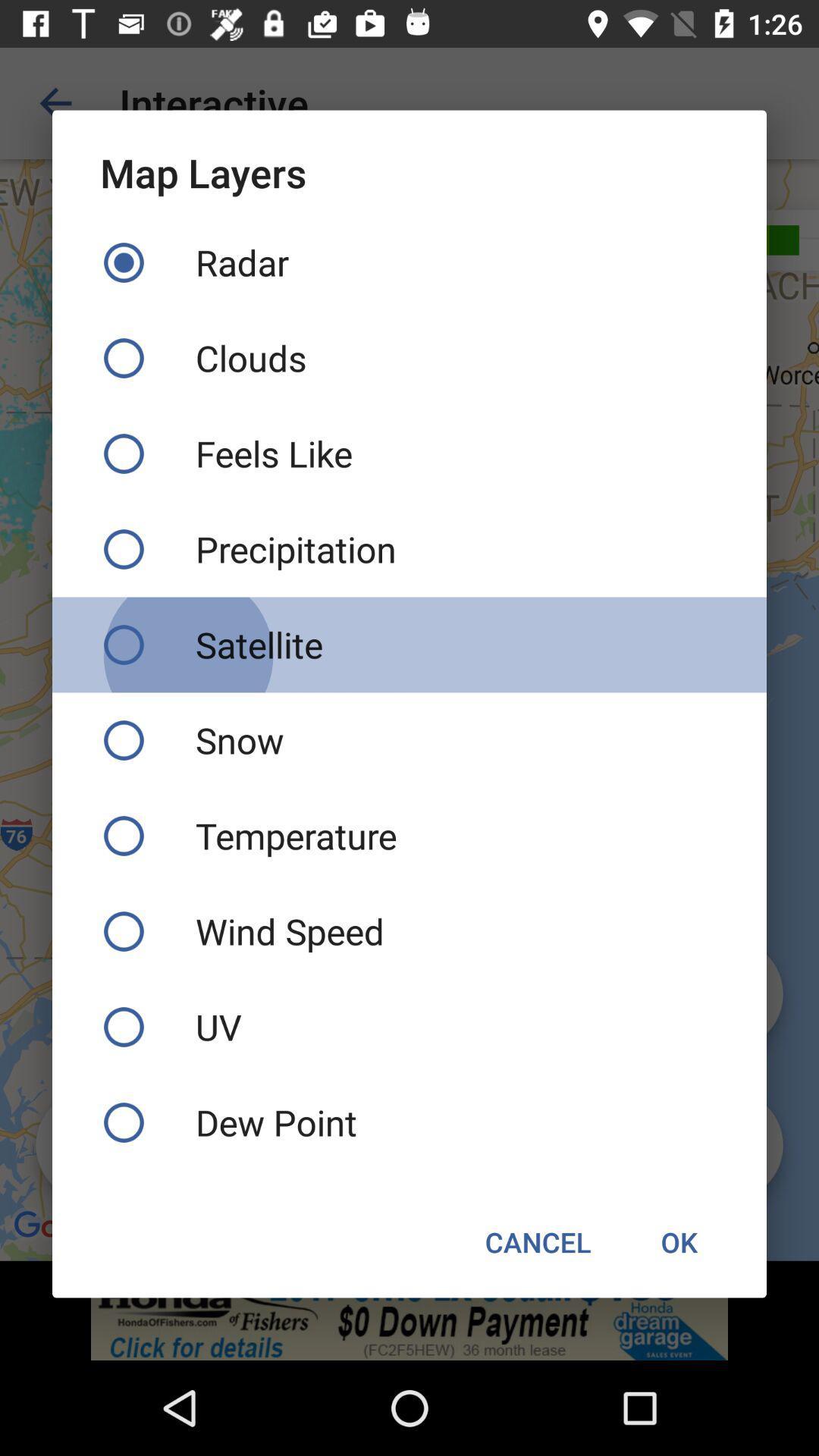  What do you see at coordinates (537, 1241) in the screenshot?
I see `cancel` at bounding box center [537, 1241].